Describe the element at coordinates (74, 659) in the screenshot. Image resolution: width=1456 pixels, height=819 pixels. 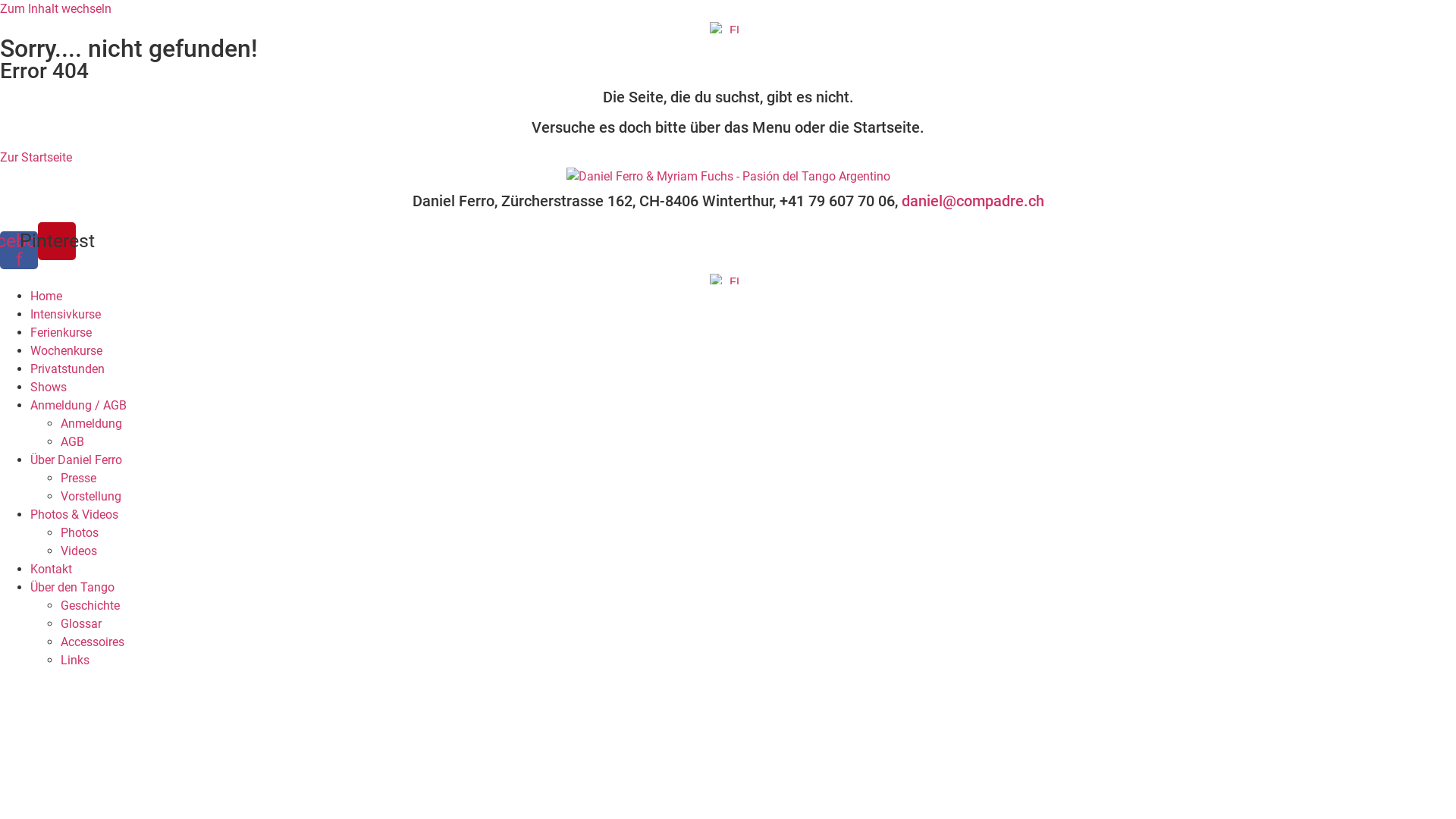
I see `'Links'` at that location.